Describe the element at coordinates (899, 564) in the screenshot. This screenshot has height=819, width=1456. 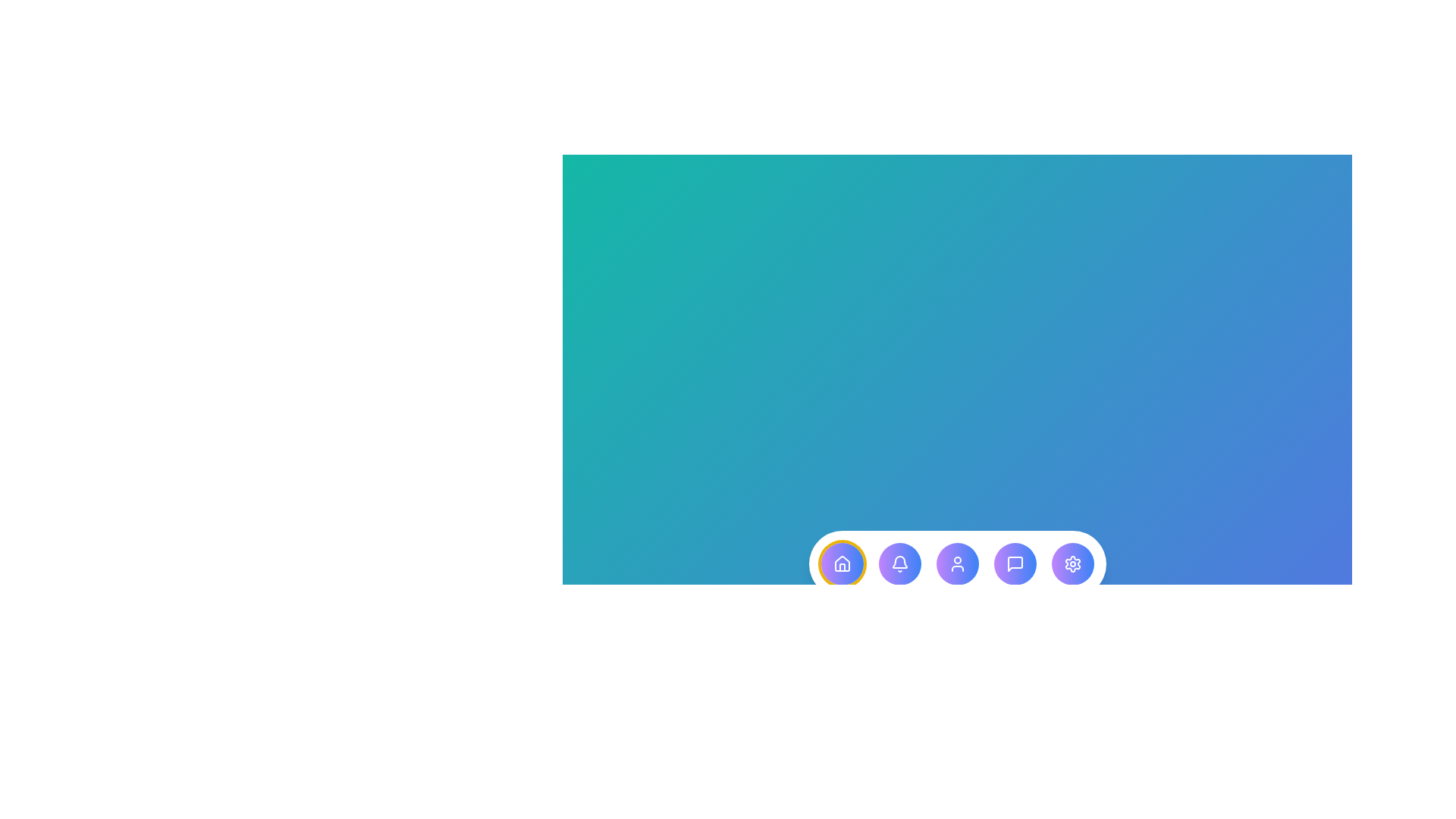
I see `the menu item corresponding to Notification` at that location.